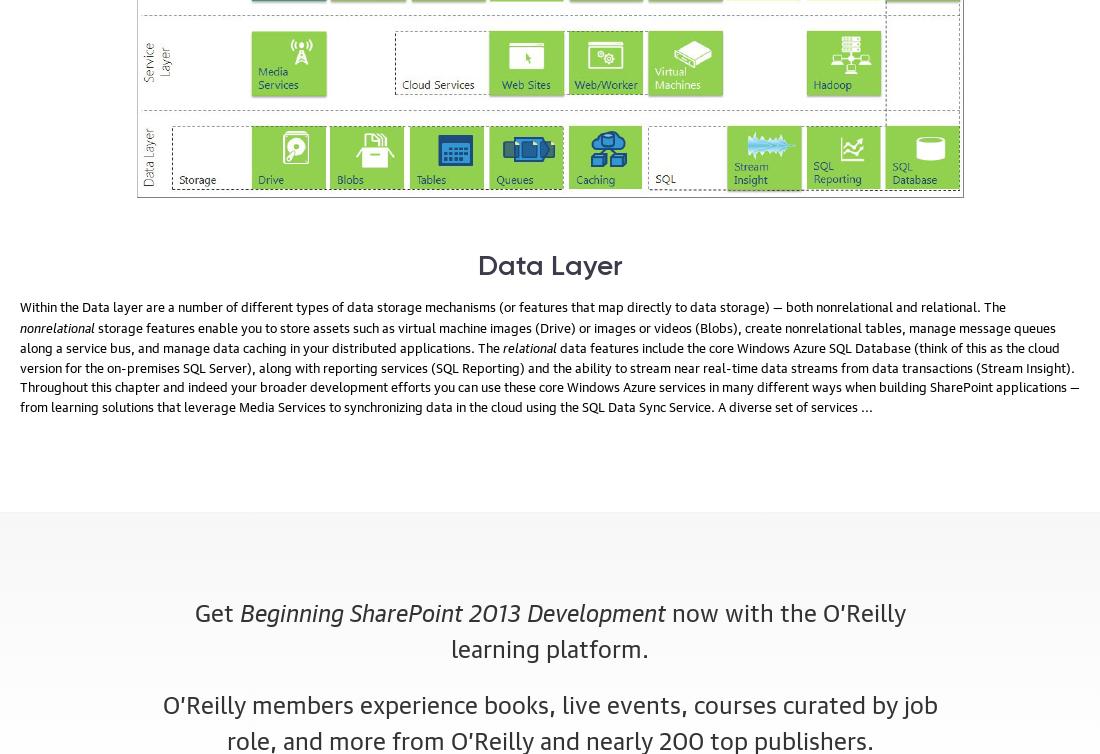  Describe the element at coordinates (450, 608) in the screenshot. I see `'Beginning SharePoint 2013 Development'` at that location.